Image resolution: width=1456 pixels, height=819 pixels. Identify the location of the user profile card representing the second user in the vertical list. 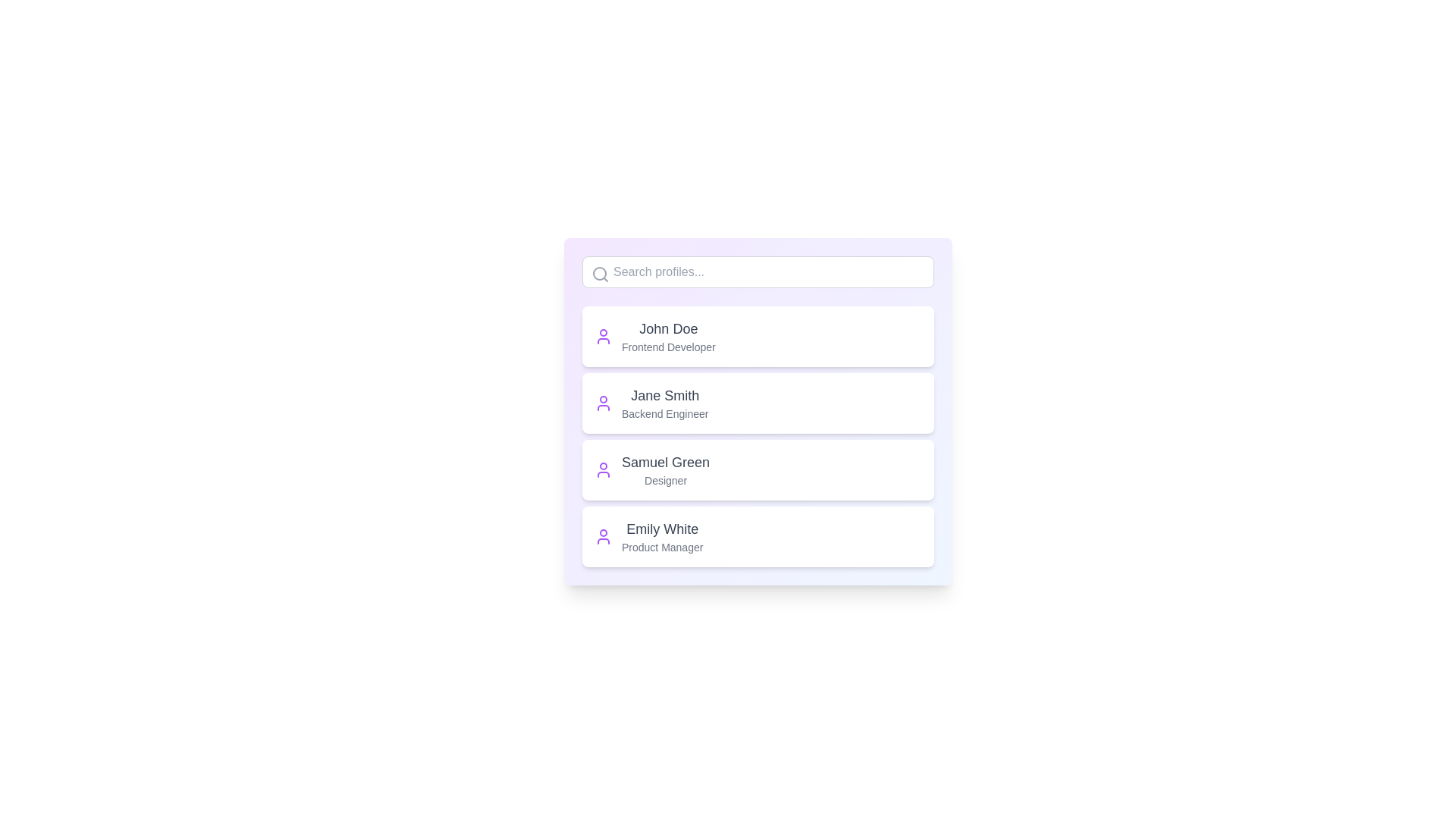
(758, 403).